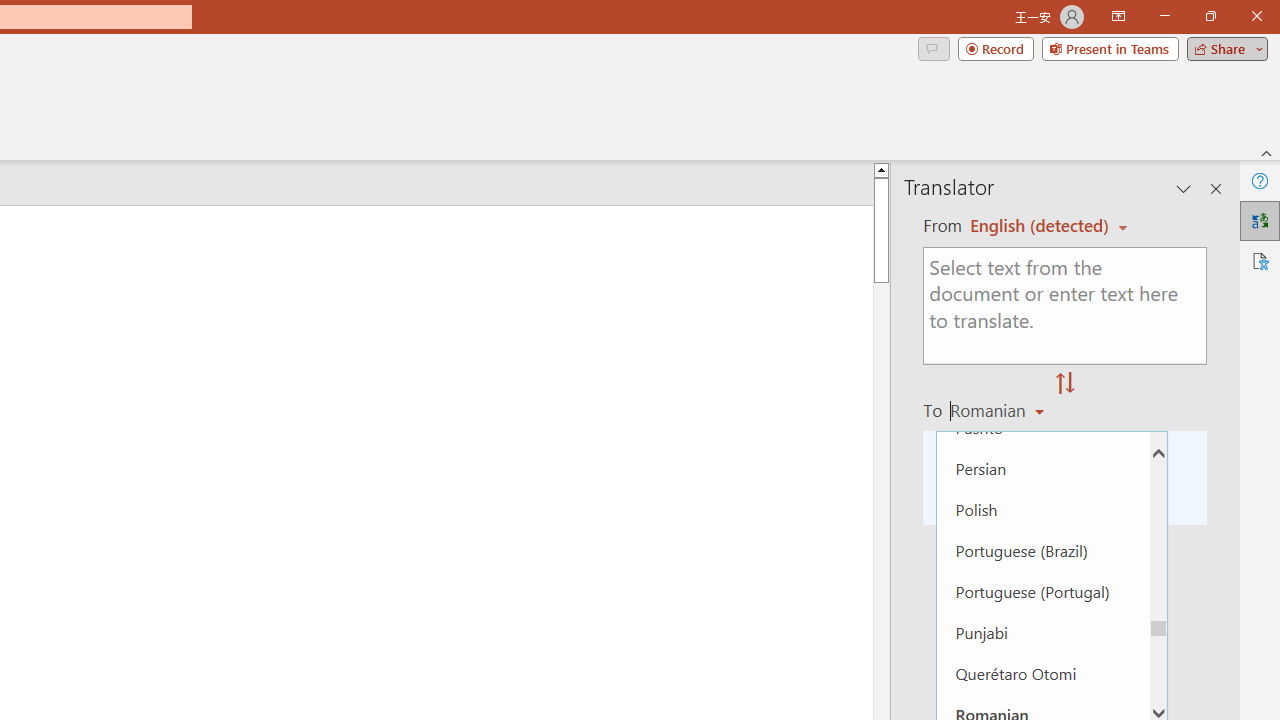 Image resolution: width=1280 pixels, height=720 pixels. I want to click on 'Romanian', so click(1000, 409).